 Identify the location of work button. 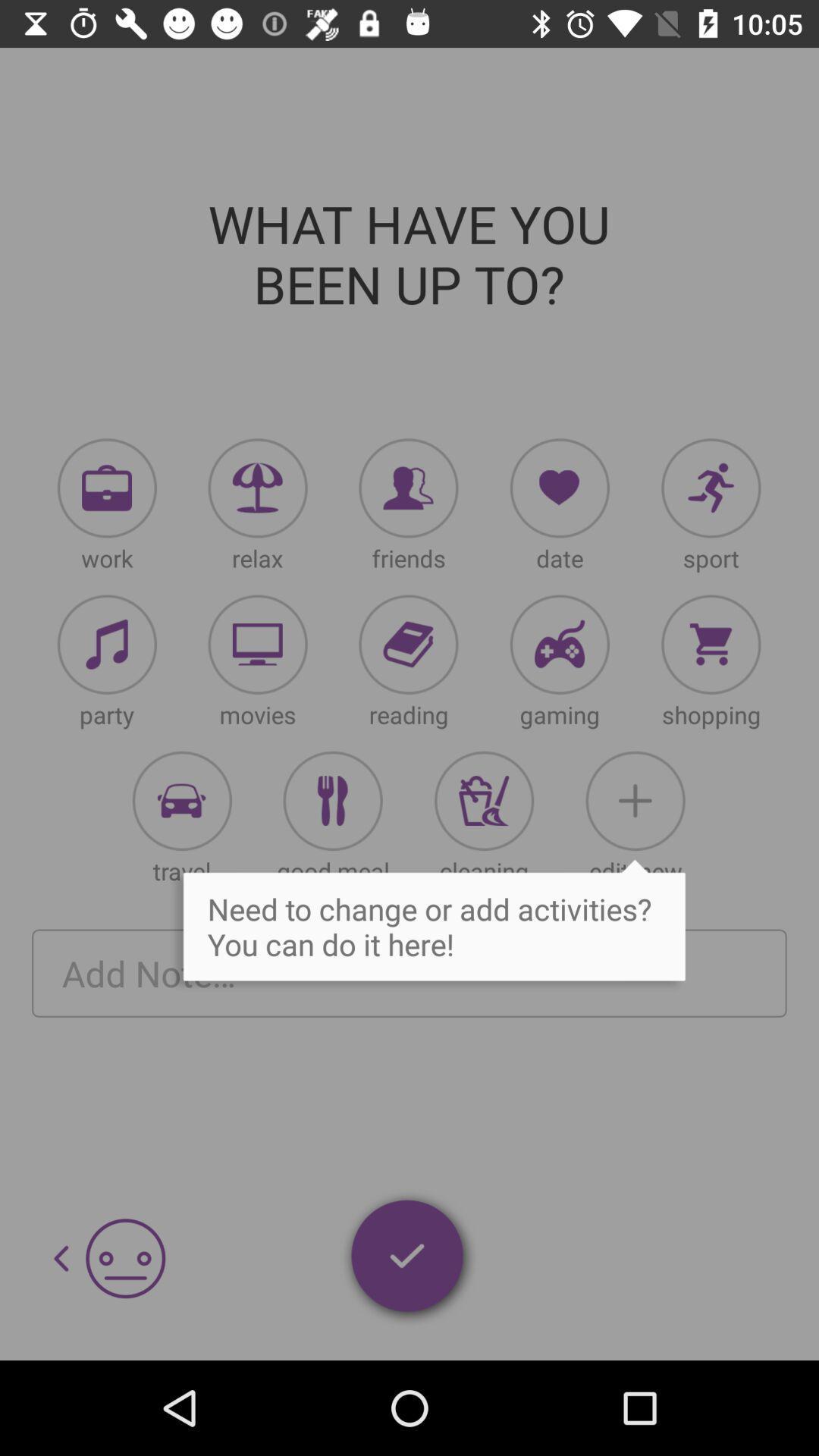
(106, 488).